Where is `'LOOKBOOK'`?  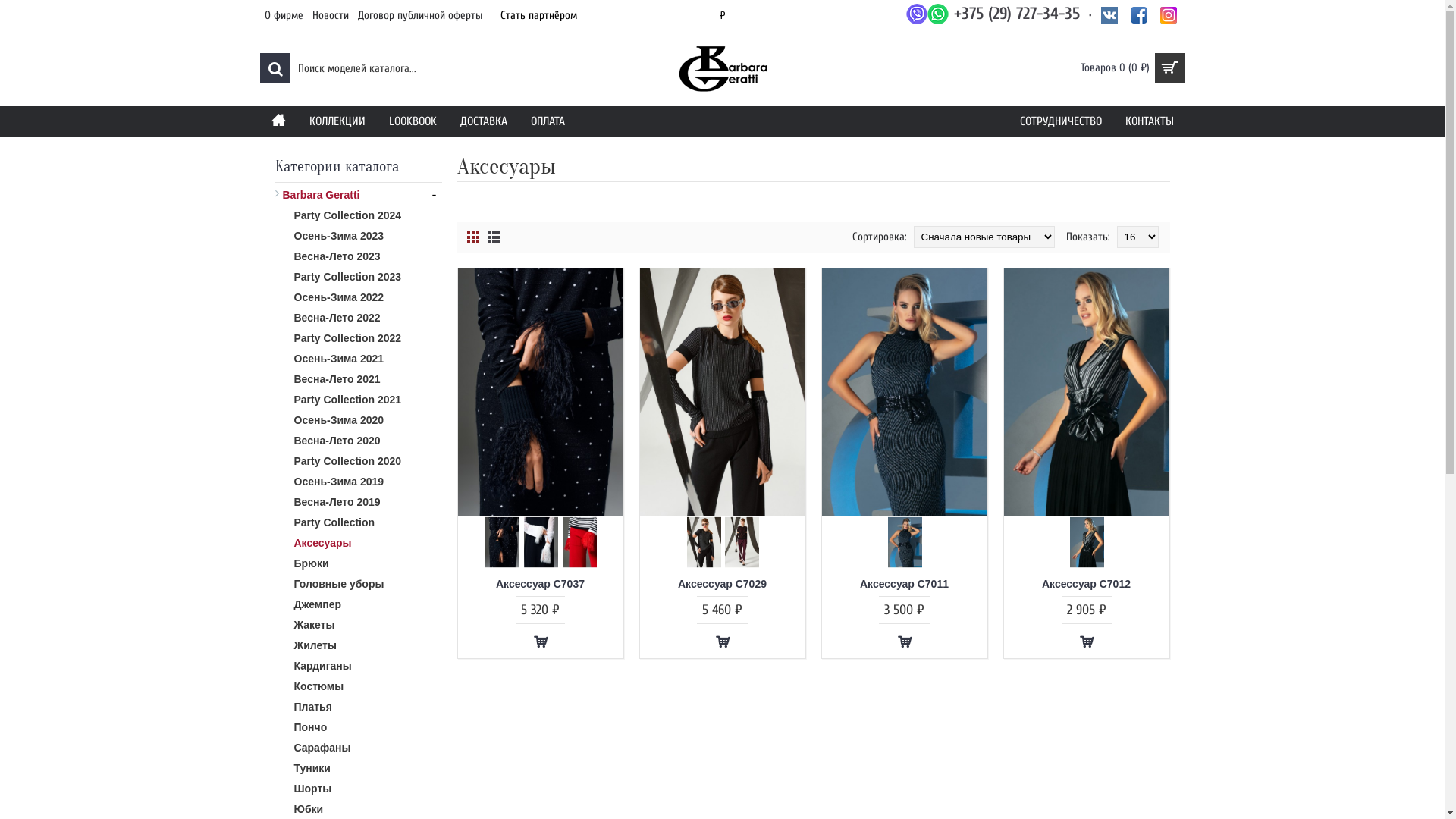
'LOOKBOOK' is located at coordinates (378, 120).